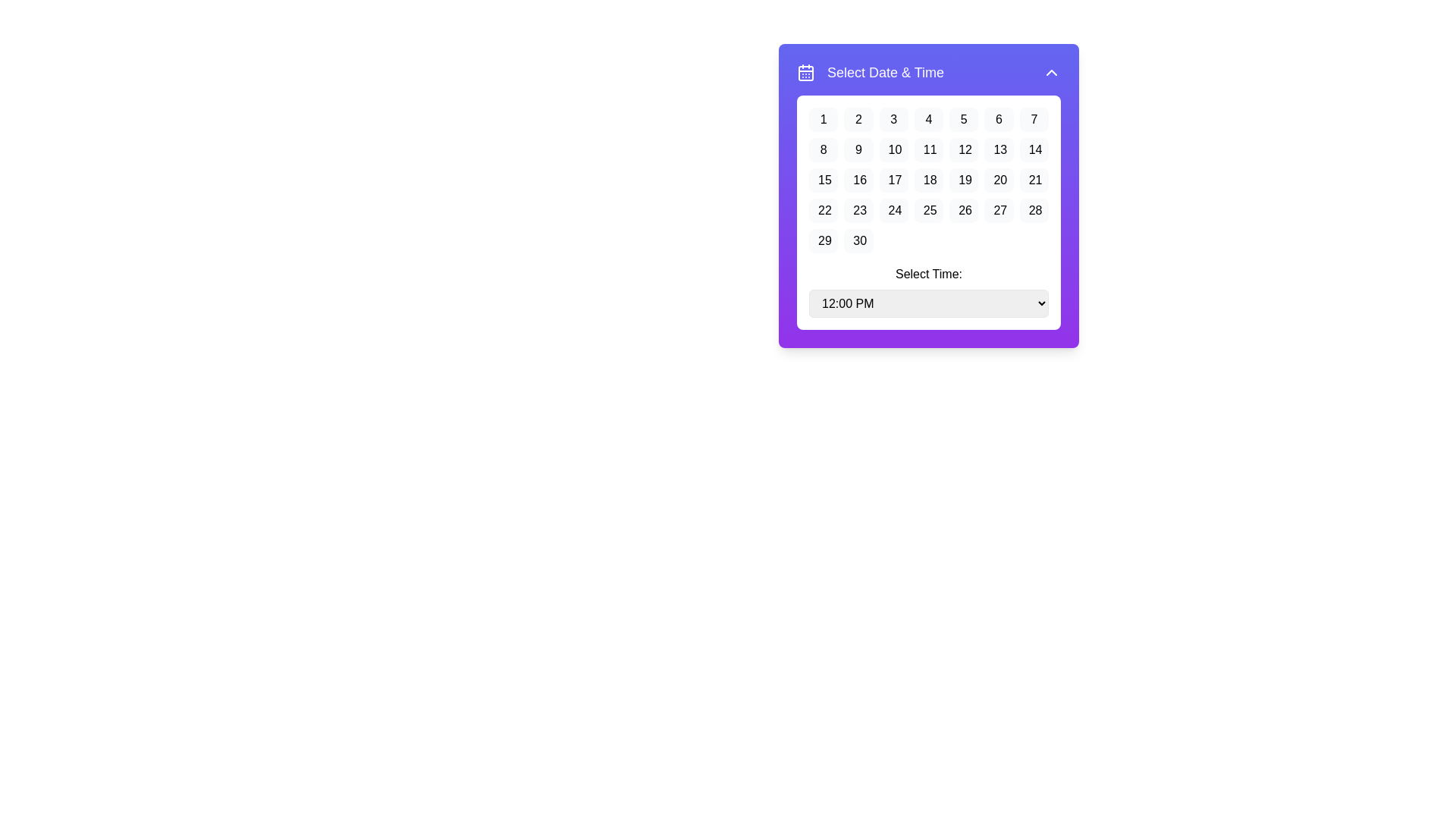 This screenshot has height=819, width=1456. Describe the element at coordinates (927, 275) in the screenshot. I see `the label that reads 'Select Time:', which is displayed in bold black font above a dropdown menu` at that location.